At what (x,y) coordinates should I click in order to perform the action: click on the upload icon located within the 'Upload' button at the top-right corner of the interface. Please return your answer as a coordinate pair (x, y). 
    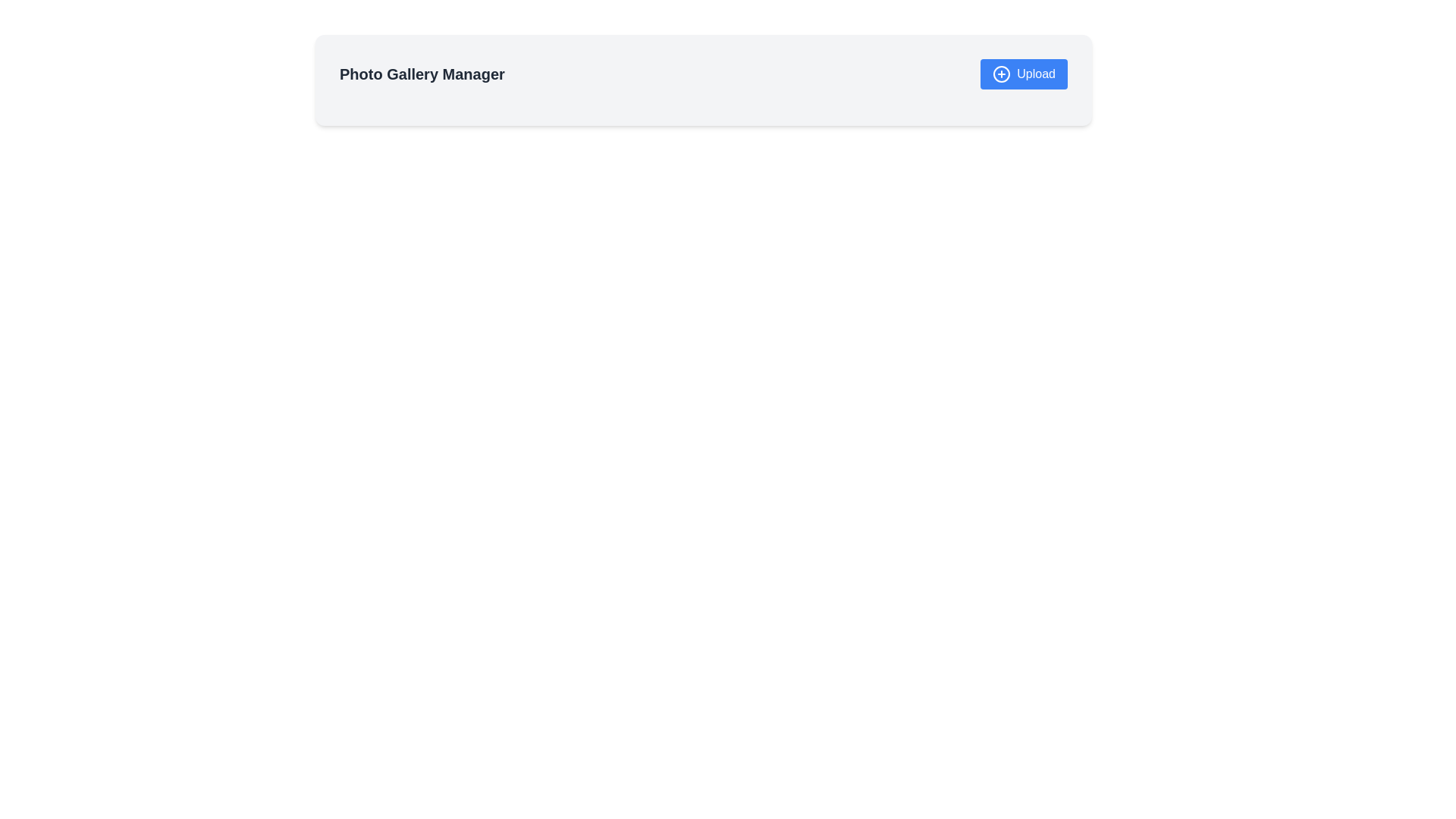
    Looking at the image, I should click on (1002, 74).